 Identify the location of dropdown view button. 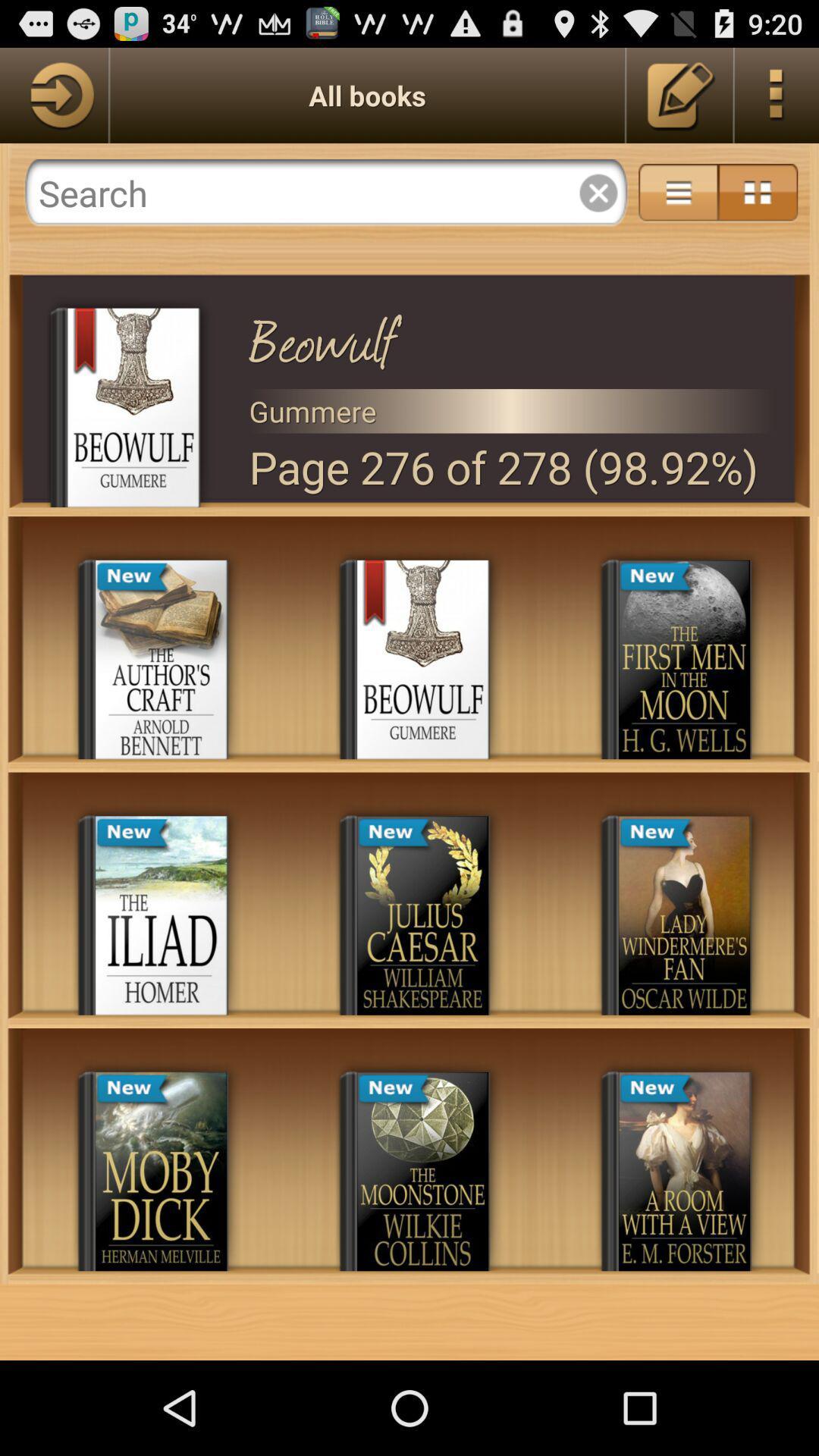
(677, 192).